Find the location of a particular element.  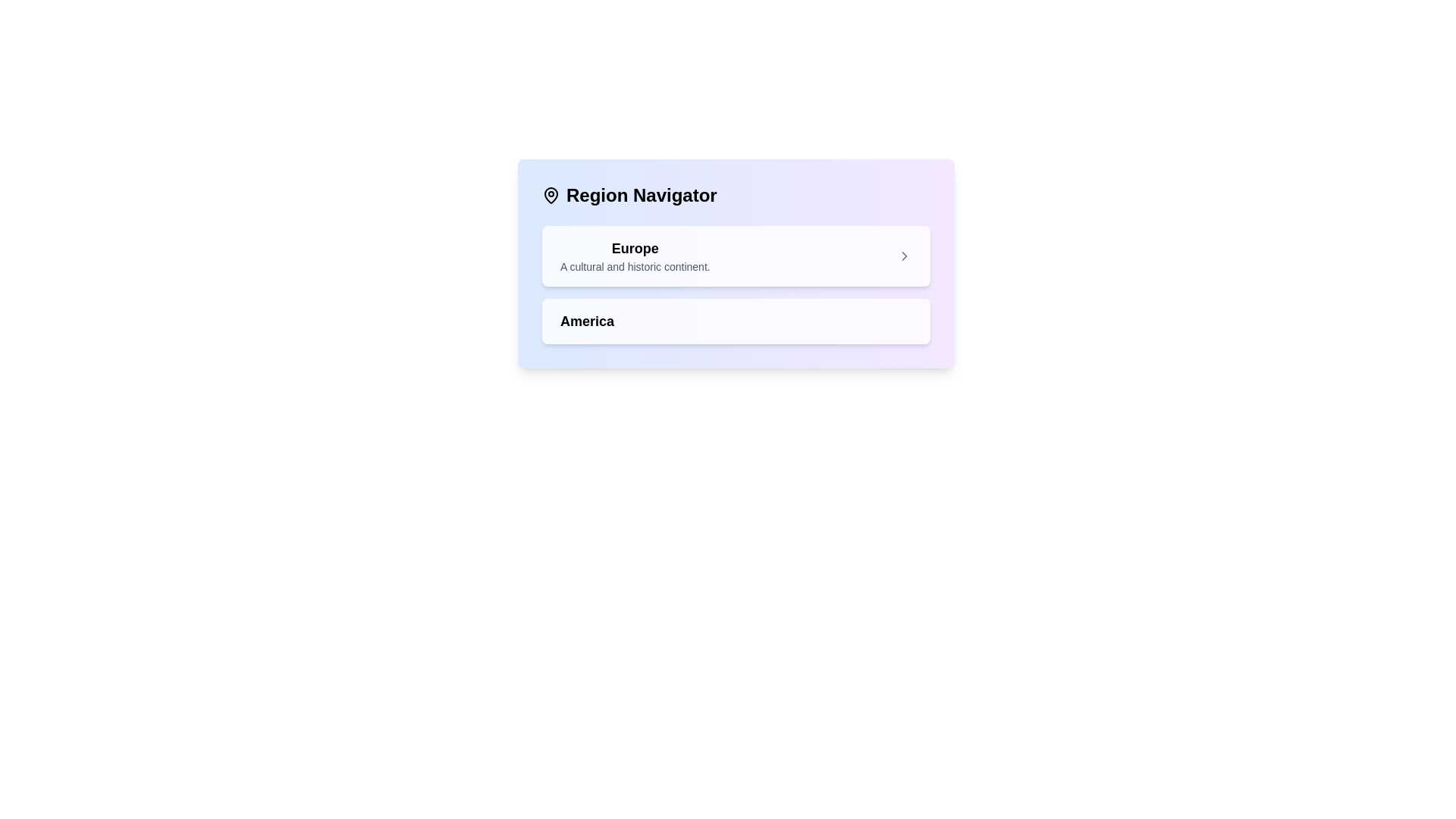

the 'Europe' list item in the 'Region Navigator' section, which features a prominent bold text and a chevron icon indicating expandability is located at coordinates (736, 284).